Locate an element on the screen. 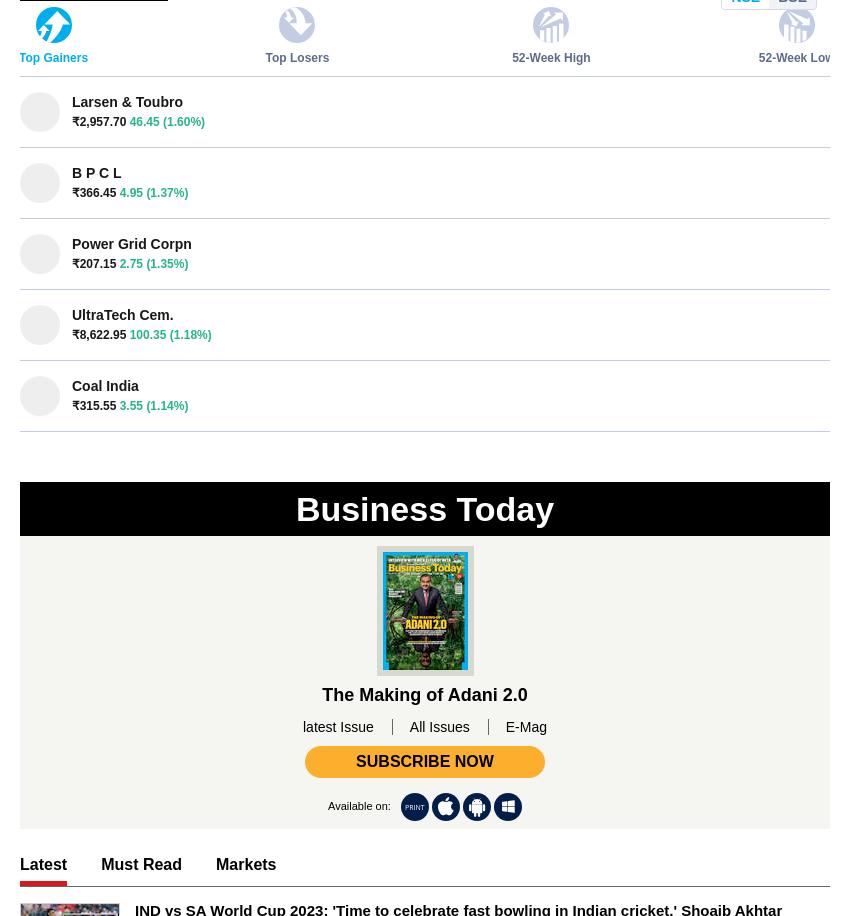 Image resolution: width=850 pixels, height=916 pixels. 'Business Today' is located at coordinates (424, 508).